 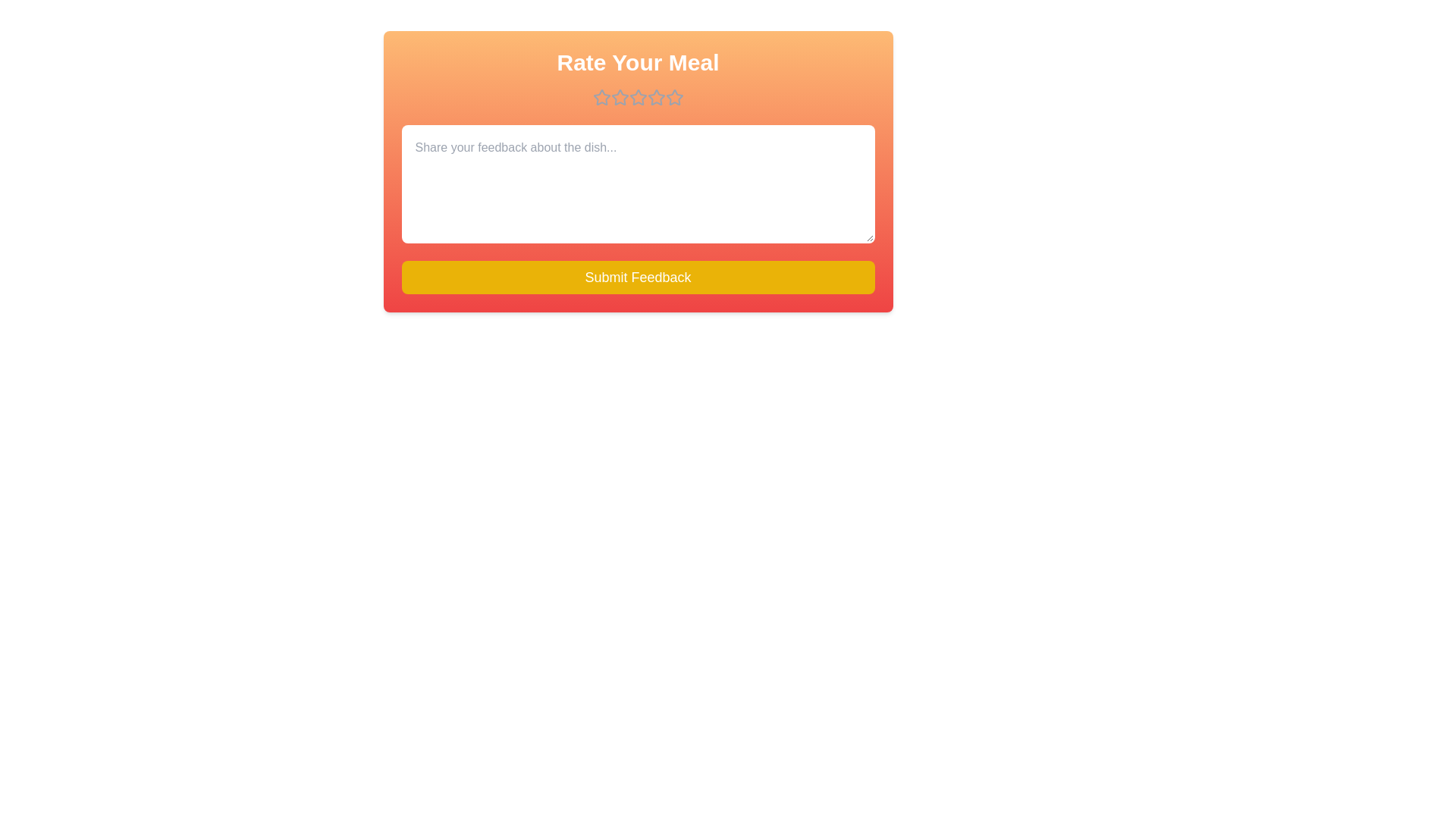 What do you see at coordinates (638, 97) in the screenshot?
I see `the star corresponding to 3 to preview the rating` at bounding box center [638, 97].